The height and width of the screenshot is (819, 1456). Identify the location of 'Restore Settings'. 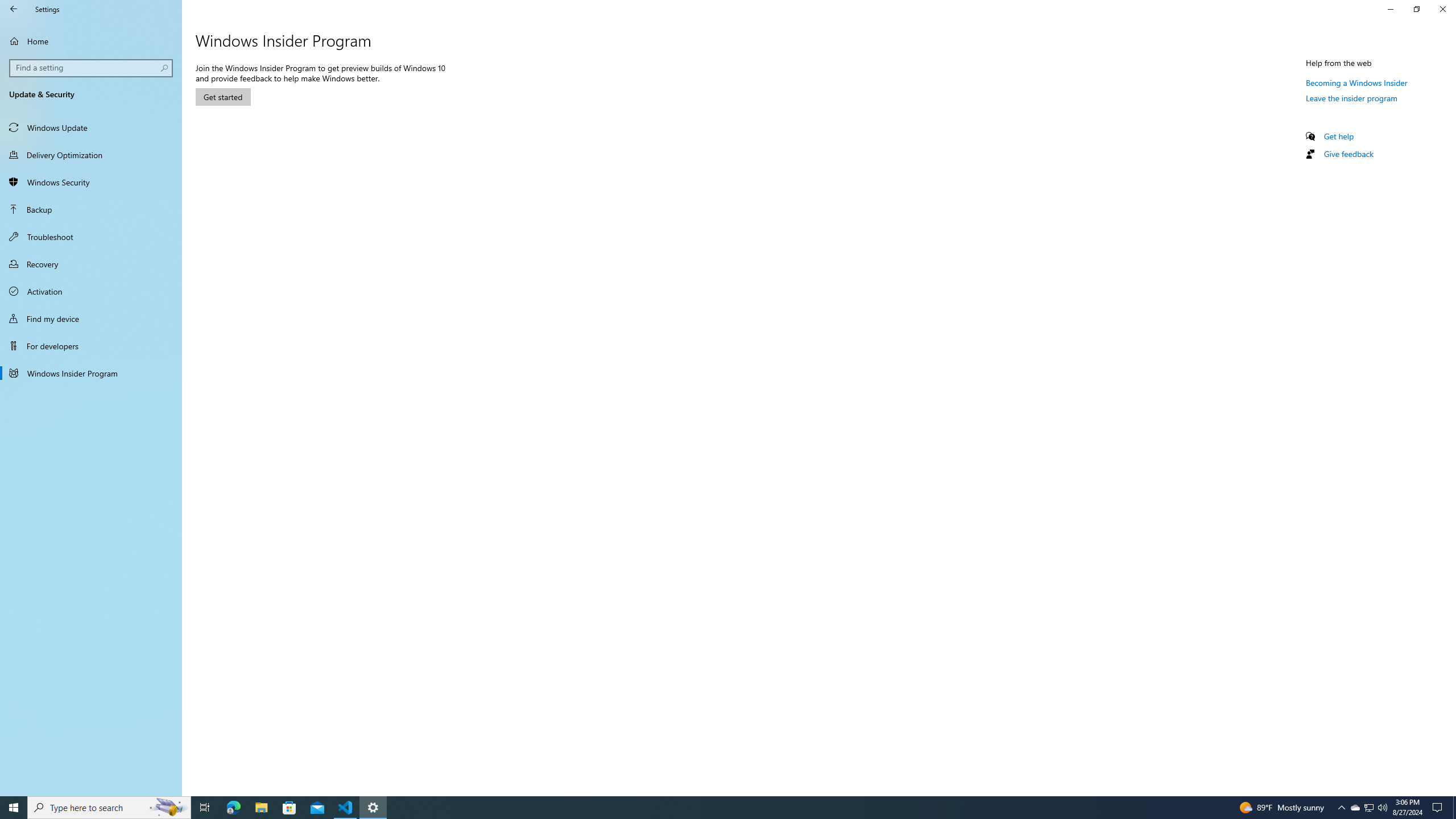
(1416, 9).